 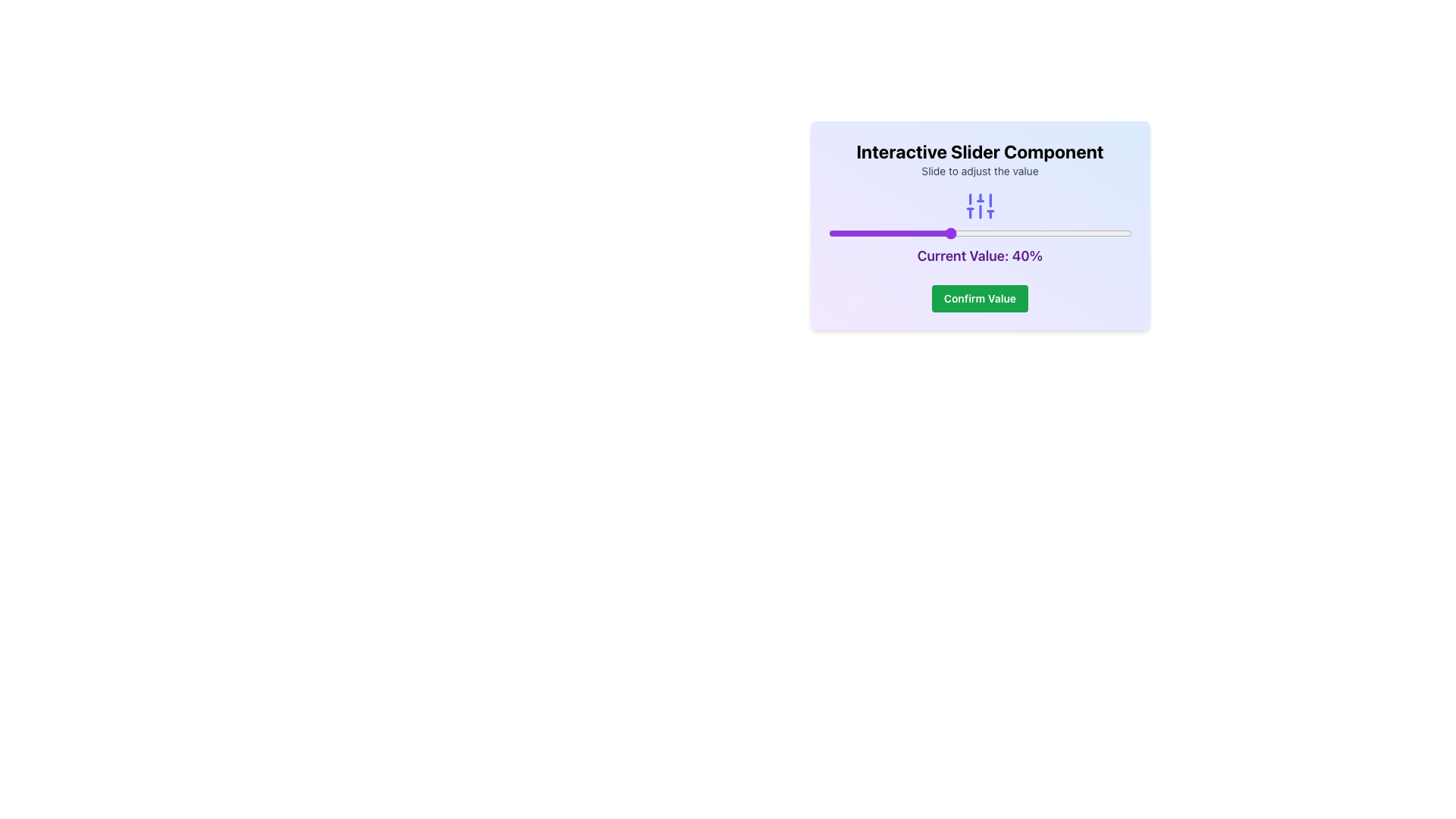 I want to click on the confirmation button located centrally beneath the text 'Current Value: 40%' to trigger a tooltip or style change, so click(x=980, y=298).